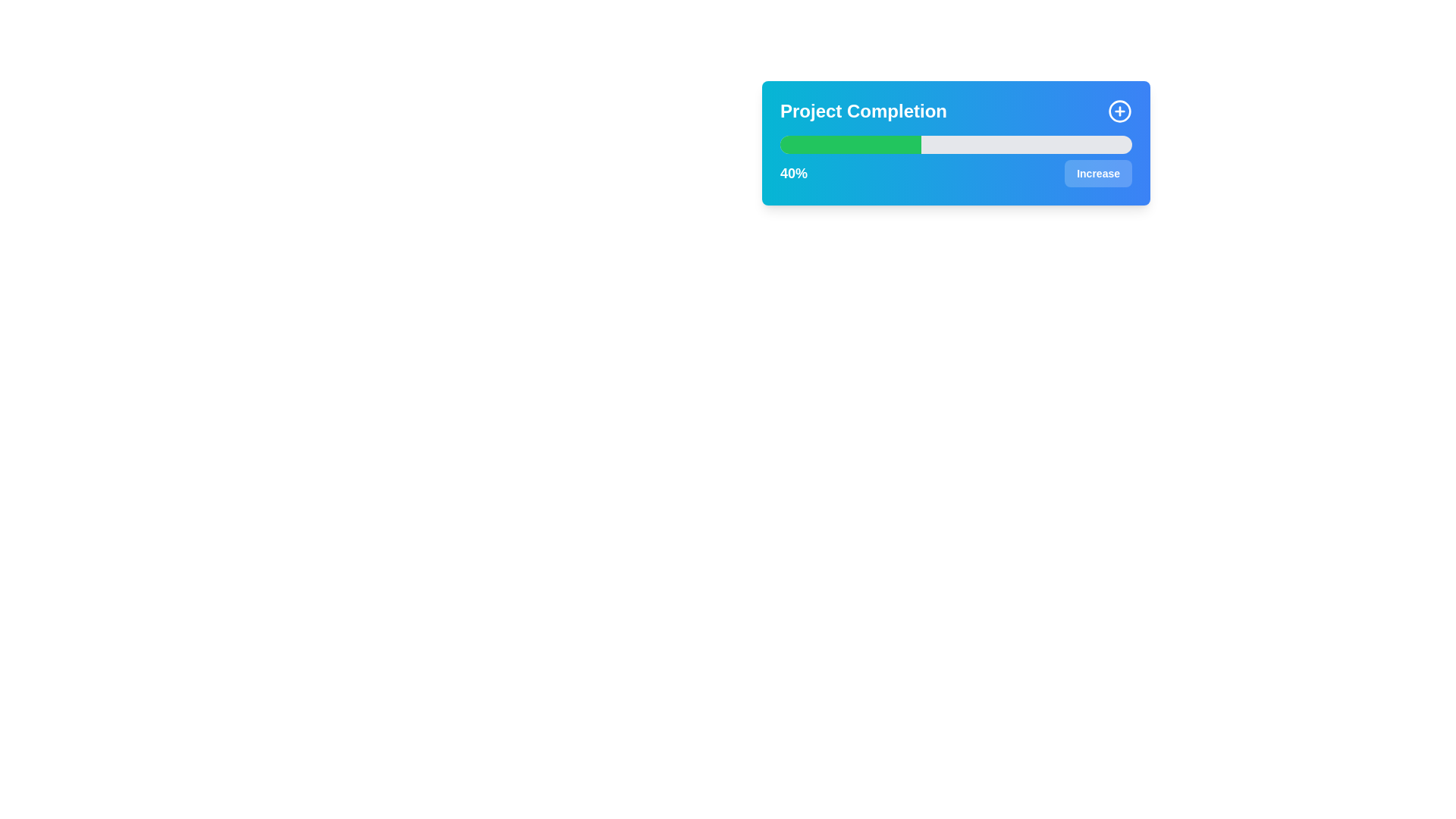 This screenshot has height=819, width=1456. Describe the element at coordinates (1120, 110) in the screenshot. I see `the Icon Button located at the top right corner of the 'Project Completion' section` at that location.